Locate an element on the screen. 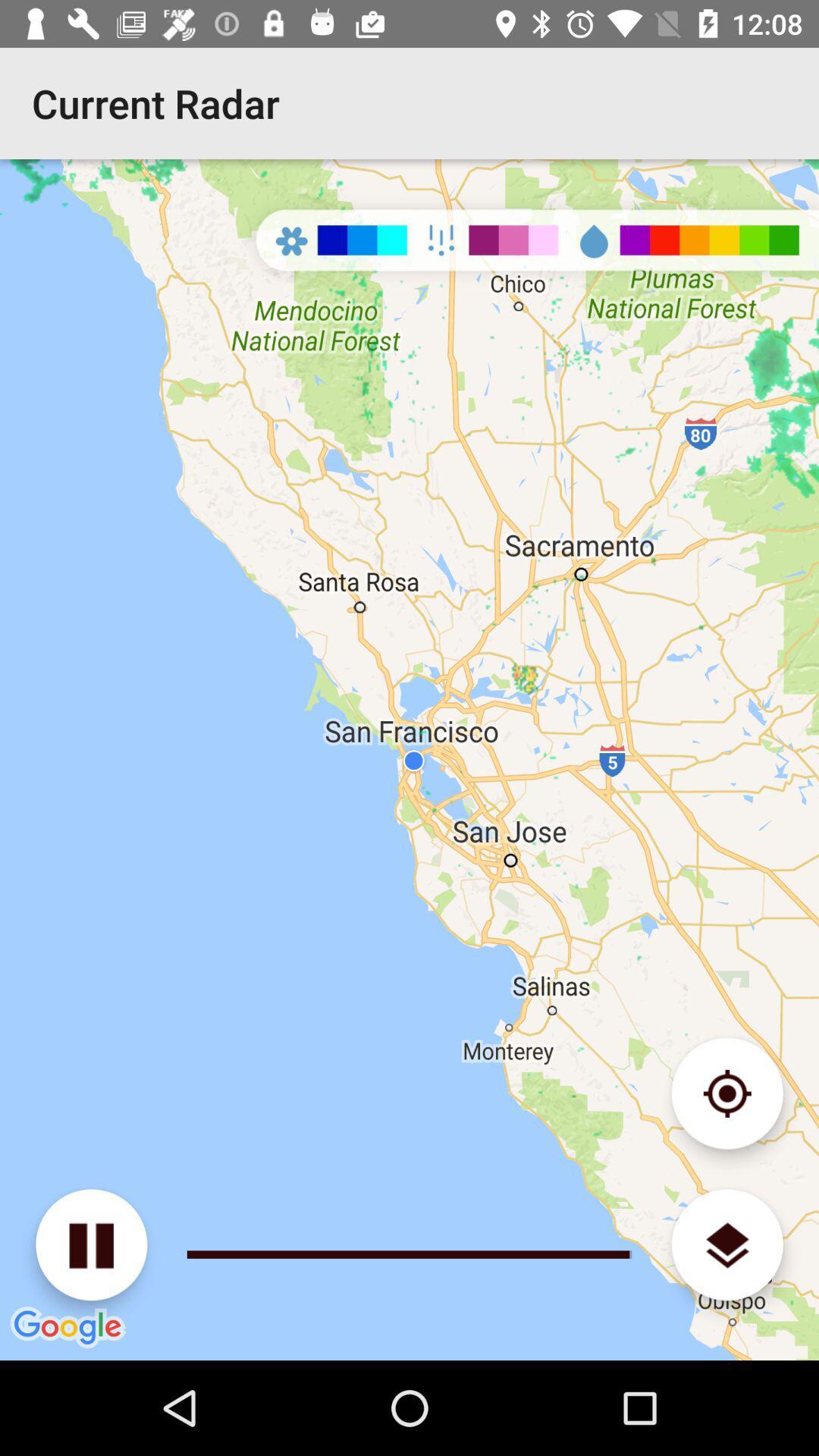  the pause icon is located at coordinates (91, 1244).